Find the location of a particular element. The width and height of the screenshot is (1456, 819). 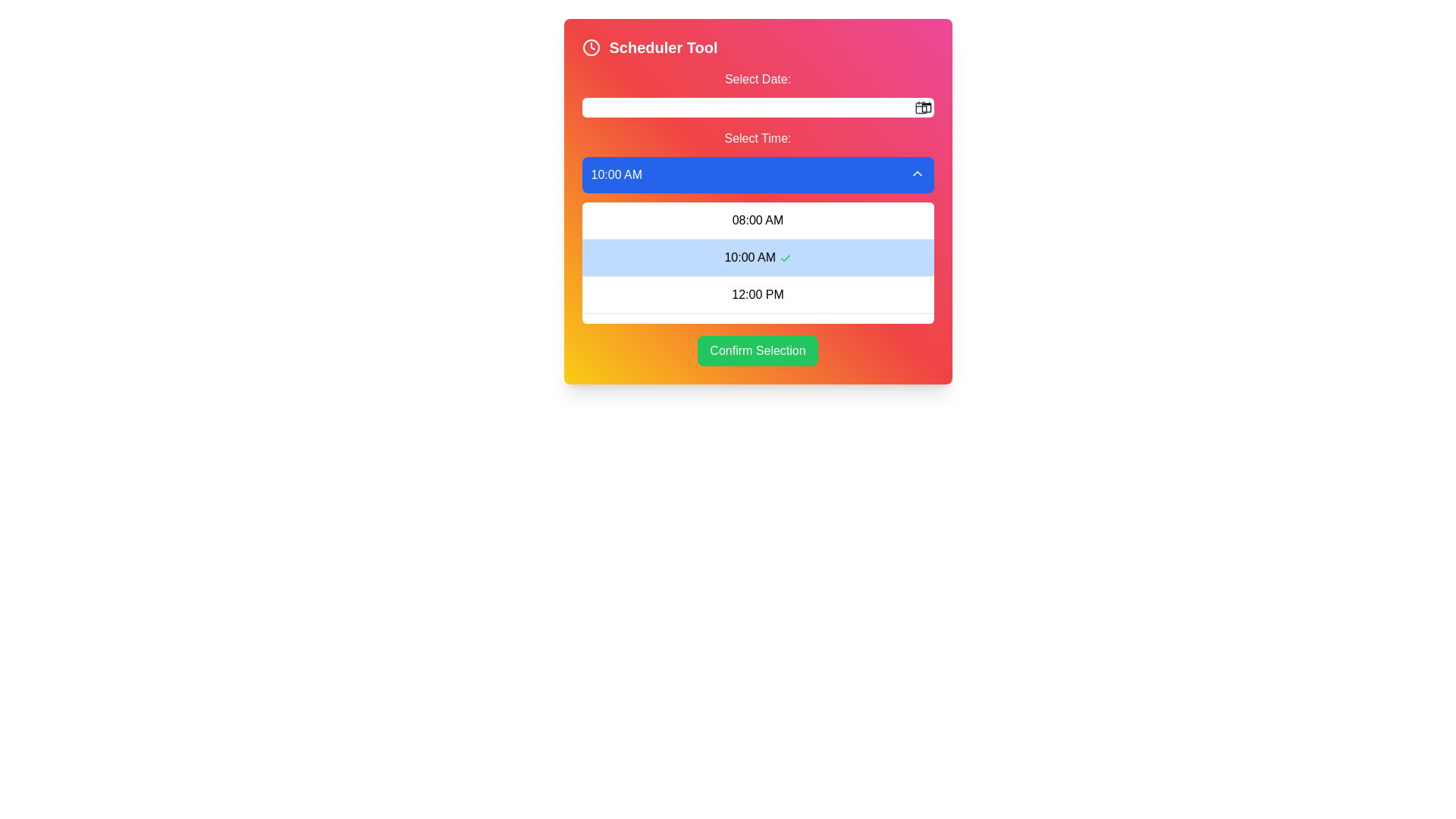

the dropdown button displaying '10:00 AM' for keyboard navigation is located at coordinates (758, 174).